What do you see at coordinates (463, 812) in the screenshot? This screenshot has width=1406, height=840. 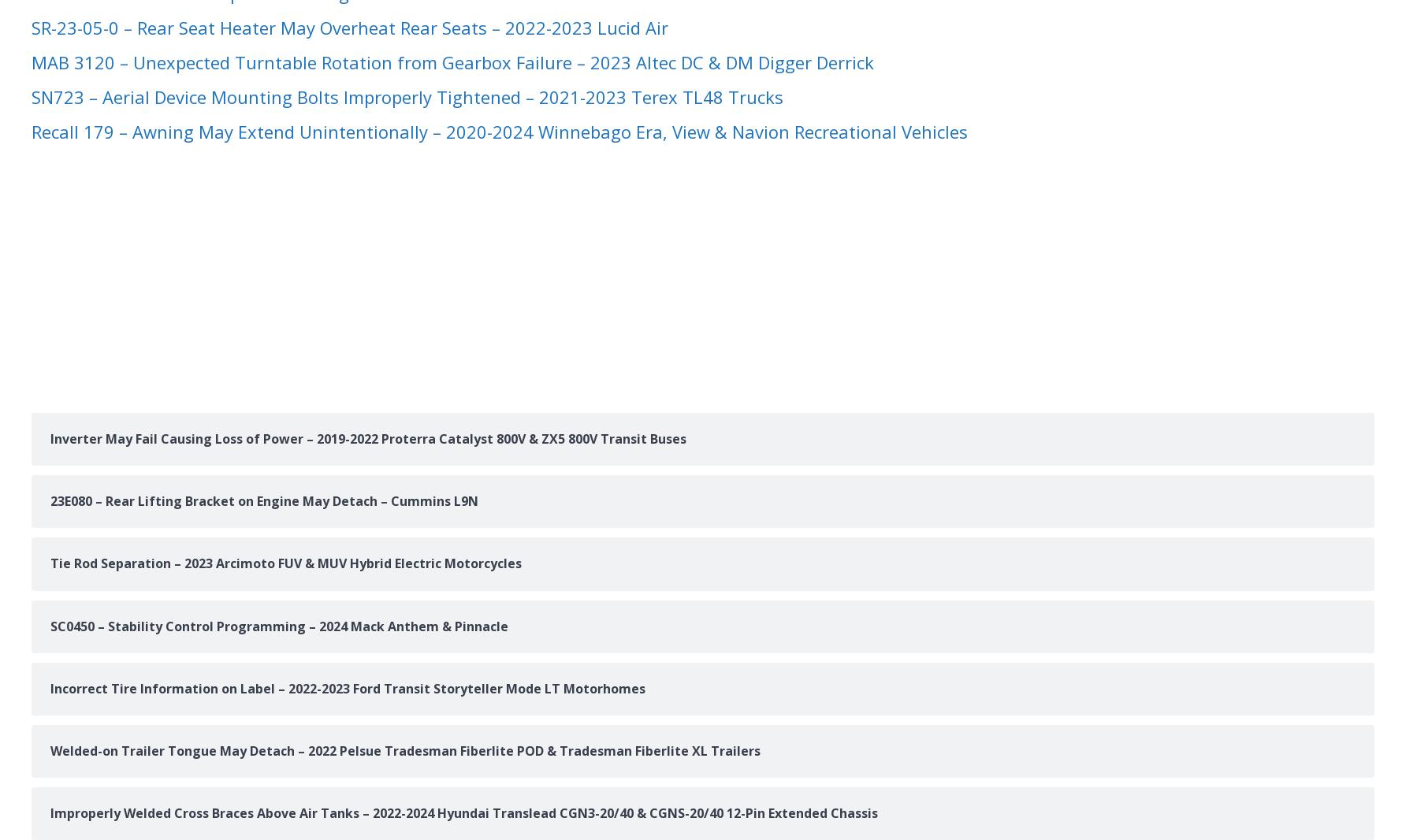 I see `'Improperly Welded Cross Braces Above Air Tanks – 2022-2024 Hyundai Translead CGN3-20/40 & CGNS-20/40 12-Pin Extended Chassis'` at bounding box center [463, 812].